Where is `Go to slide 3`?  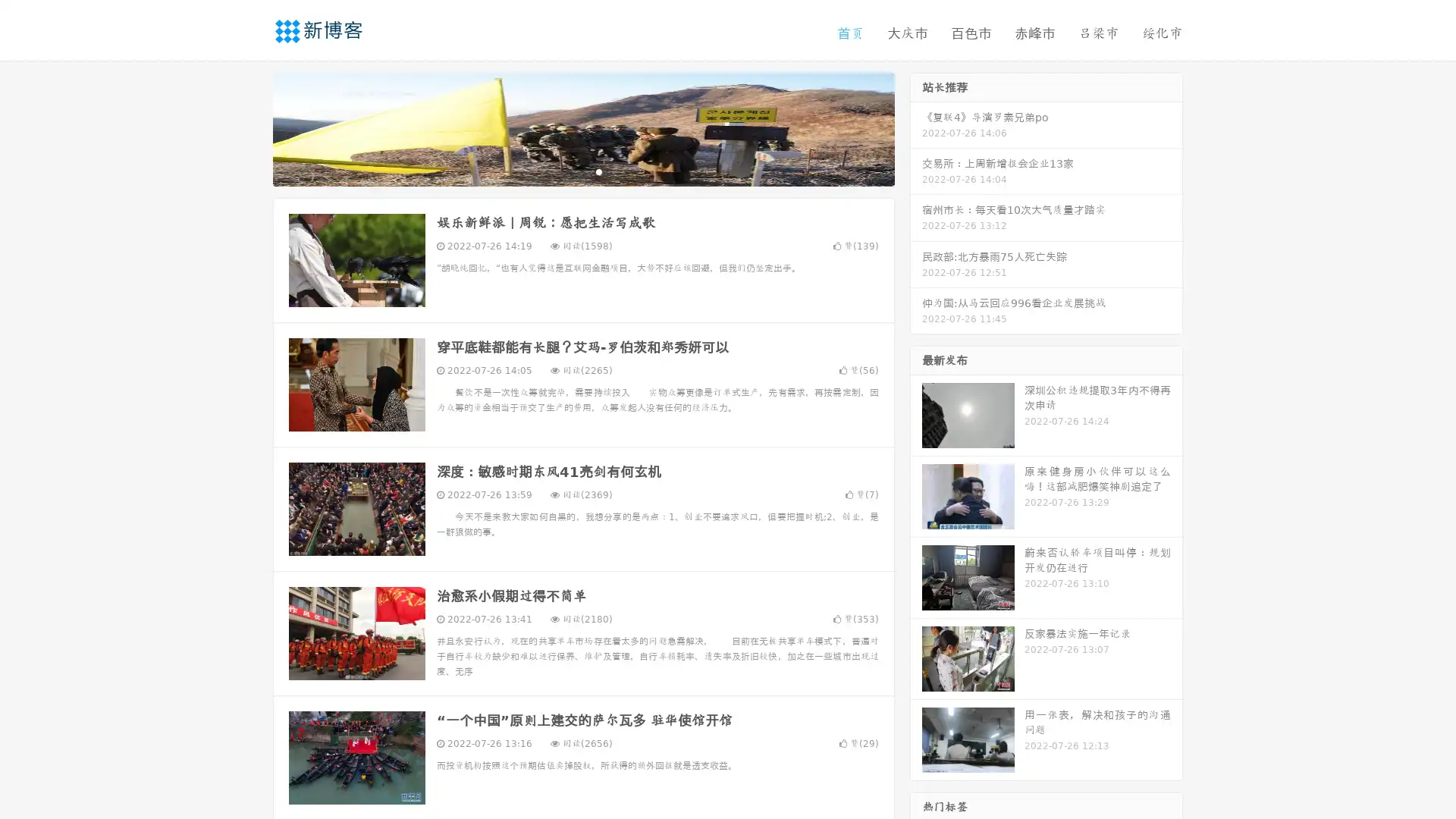 Go to slide 3 is located at coordinates (598, 171).